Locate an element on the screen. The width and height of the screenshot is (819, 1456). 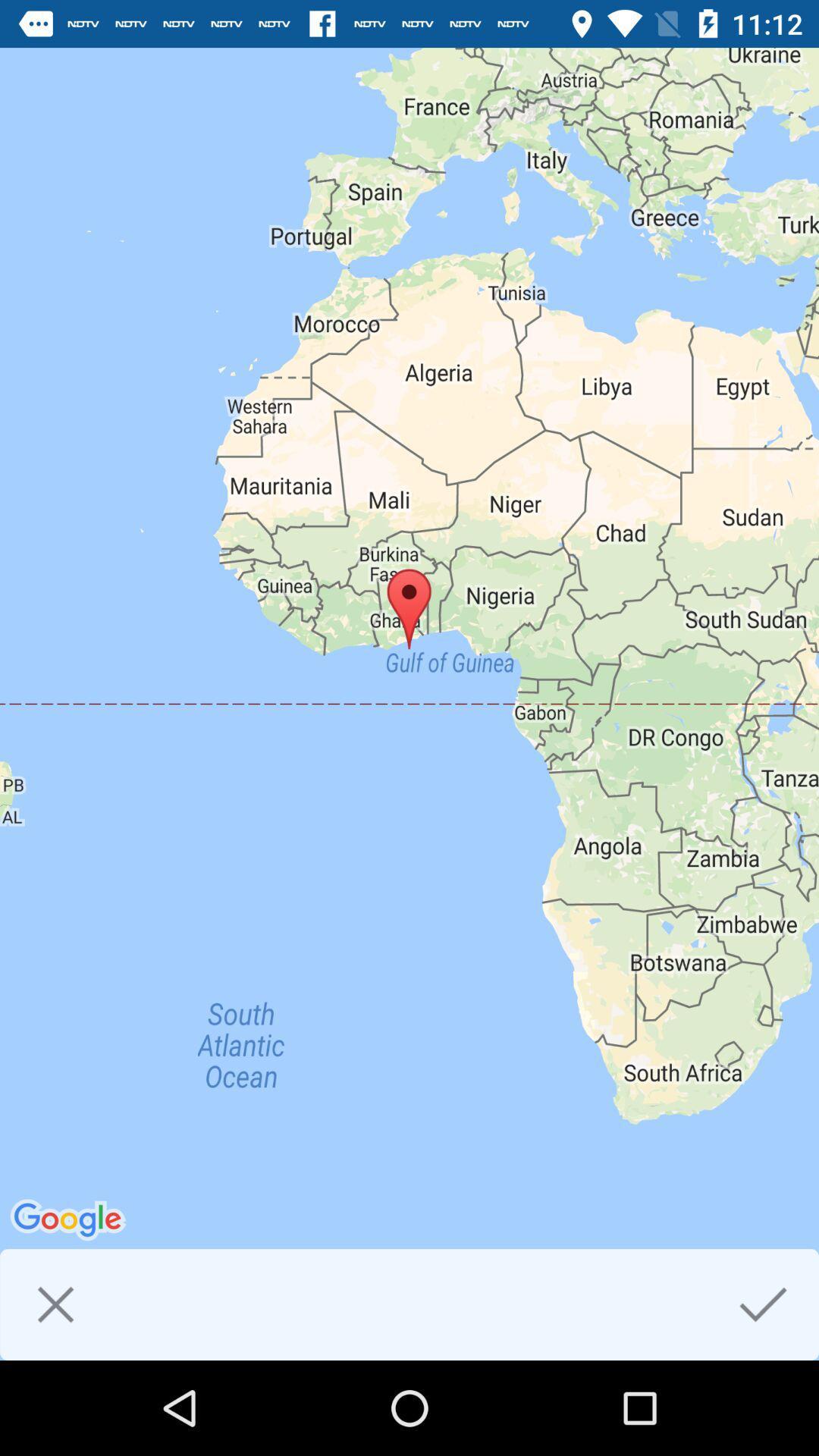
the item at the center is located at coordinates (409, 703).